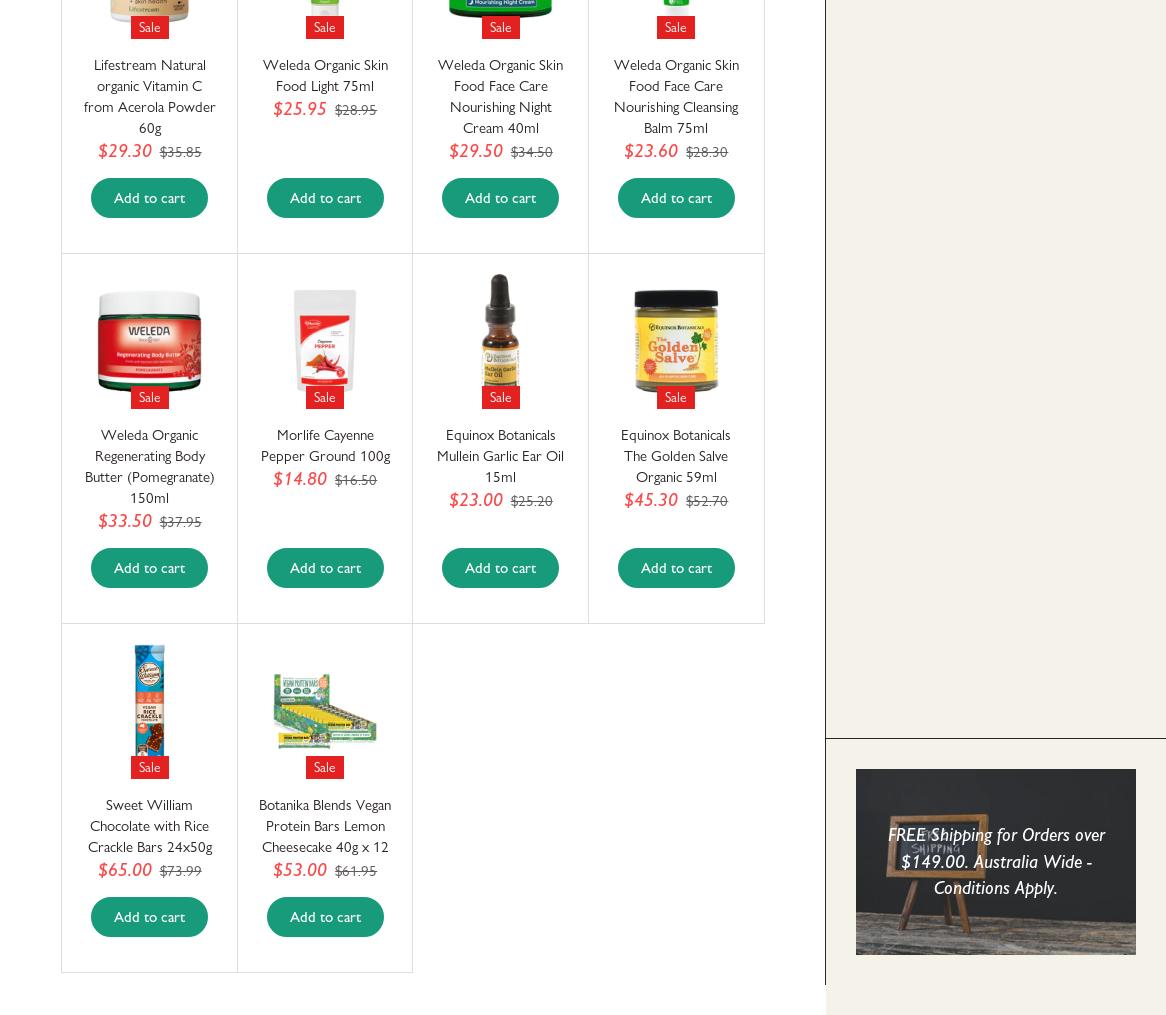 The width and height of the screenshot is (1166, 1015). What do you see at coordinates (529, 151) in the screenshot?
I see `'$34.50'` at bounding box center [529, 151].